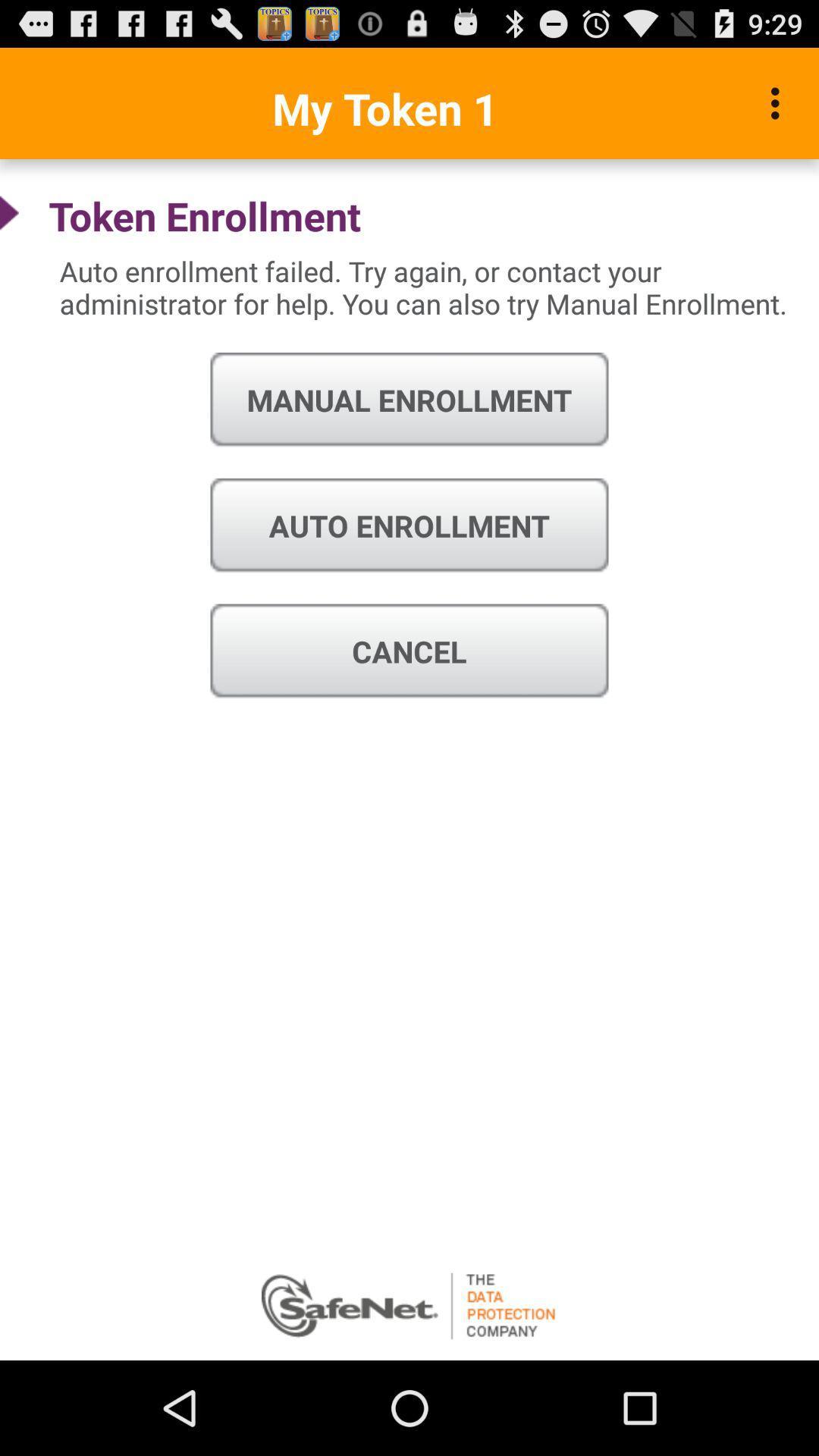 The image size is (819, 1456). I want to click on the item at the top right corner, so click(779, 102).